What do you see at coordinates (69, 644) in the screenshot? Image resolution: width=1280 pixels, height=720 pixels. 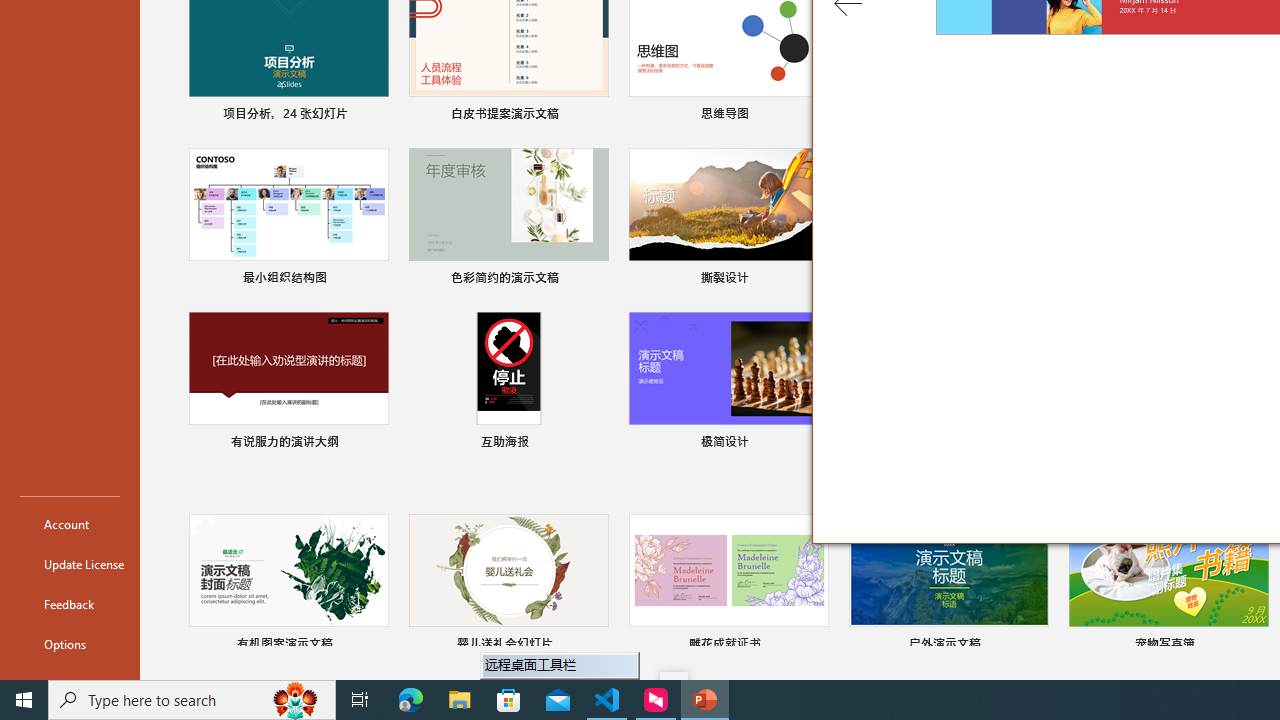 I see `'Options'` at bounding box center [69, 644].